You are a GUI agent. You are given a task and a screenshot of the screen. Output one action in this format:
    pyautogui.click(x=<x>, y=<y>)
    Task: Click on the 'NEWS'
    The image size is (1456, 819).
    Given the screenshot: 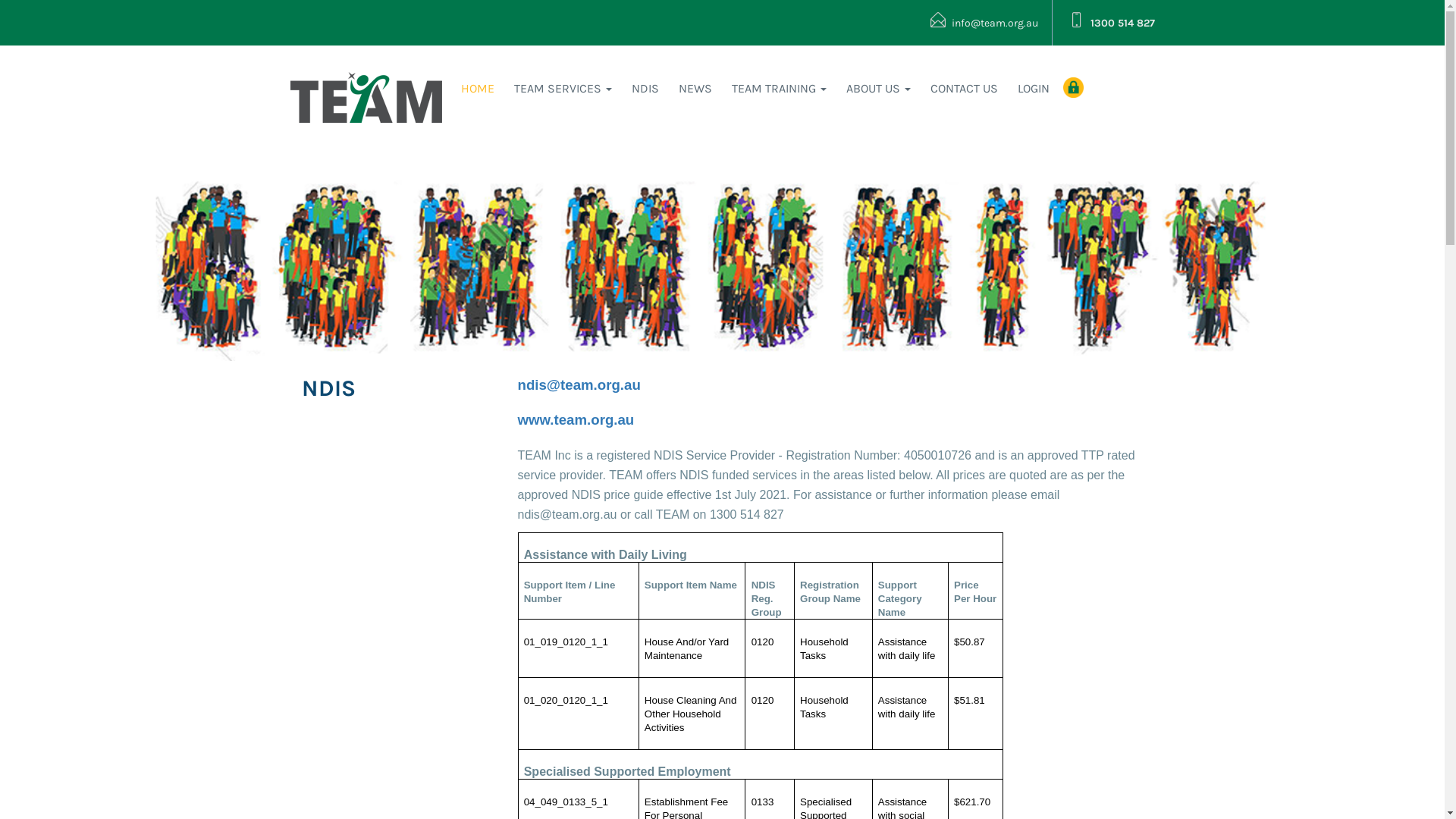 What is the action you would take?
    pyautogui.click(x=694, y=88)
    